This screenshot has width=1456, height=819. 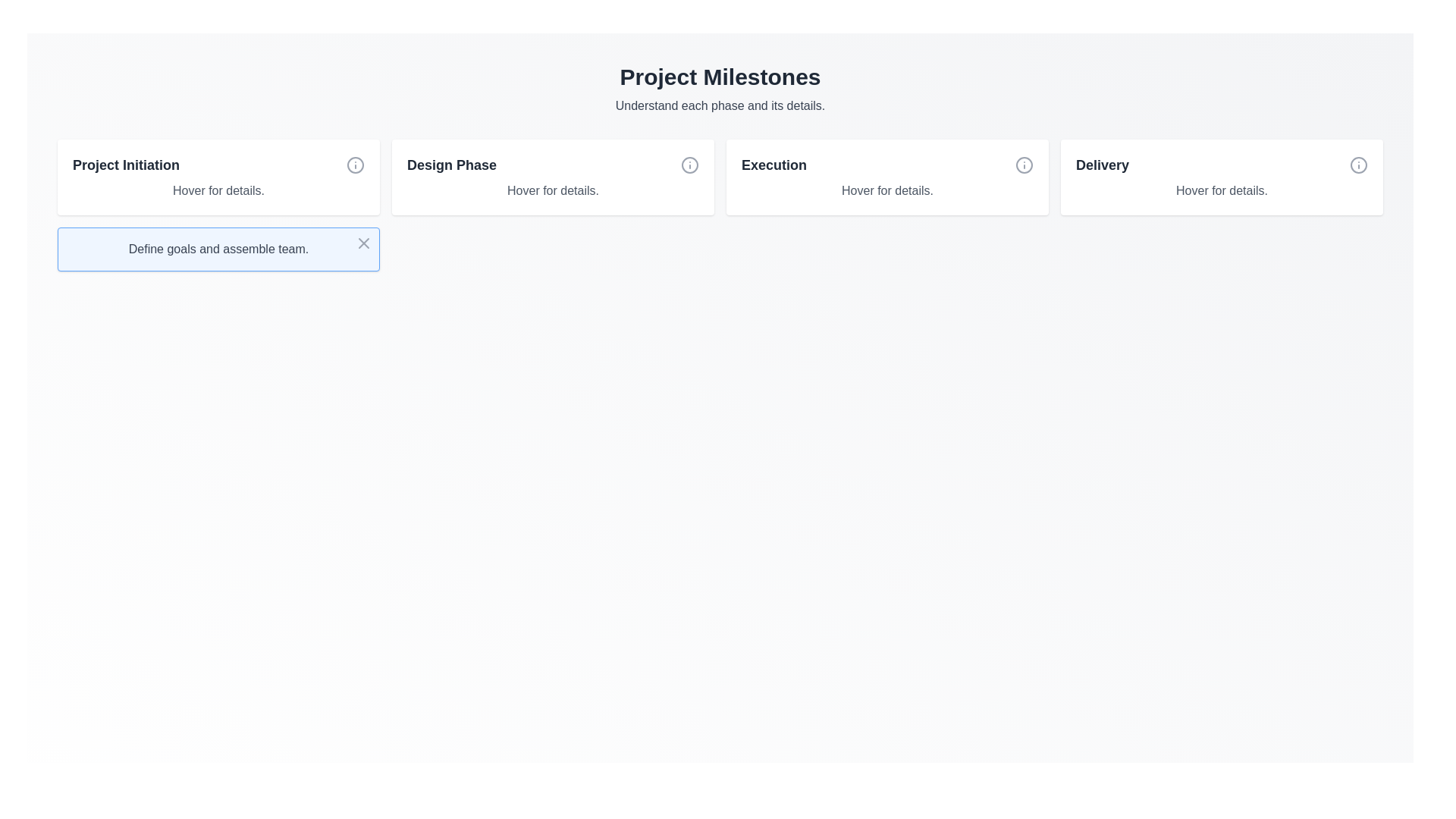 I want to click on the information icon located at the far-right end of the 'Delivery' section, so click(x=1358, y=165).